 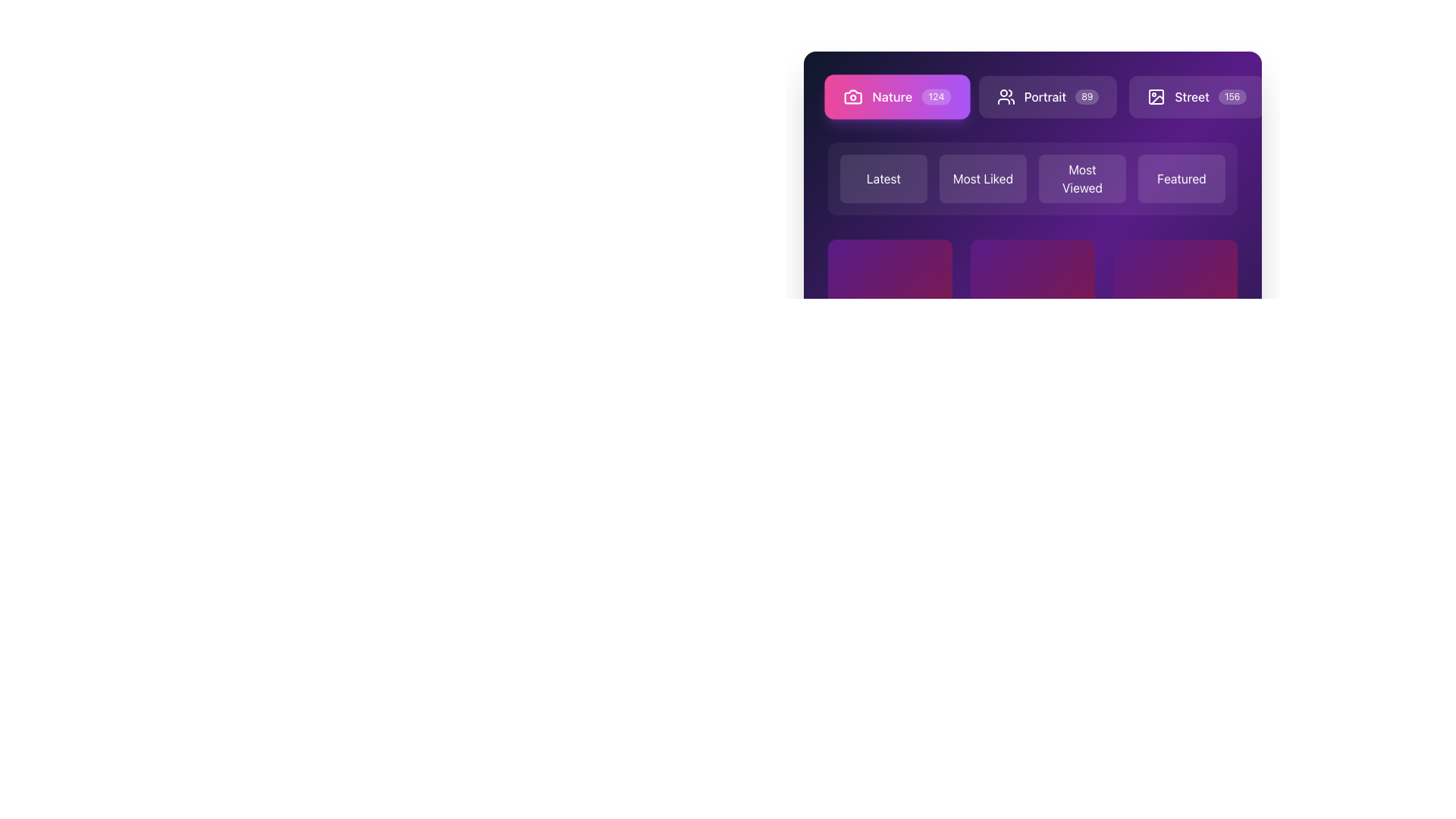 I want to click on the rounded rectangular button with a gradient background transitioning from pink, so click(x=1125, y=96).